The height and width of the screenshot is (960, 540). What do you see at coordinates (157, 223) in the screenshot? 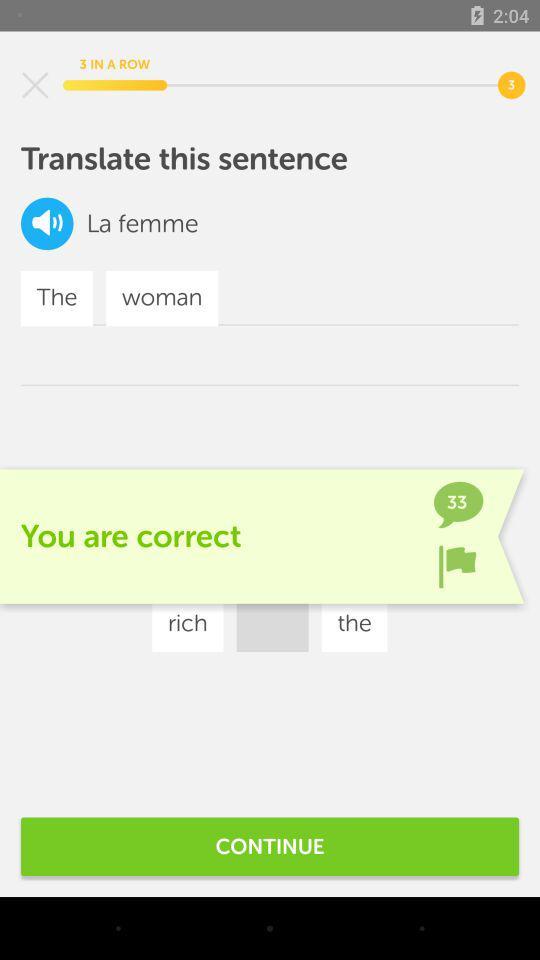
I see `femme icon` at bounding box center [157, 223].